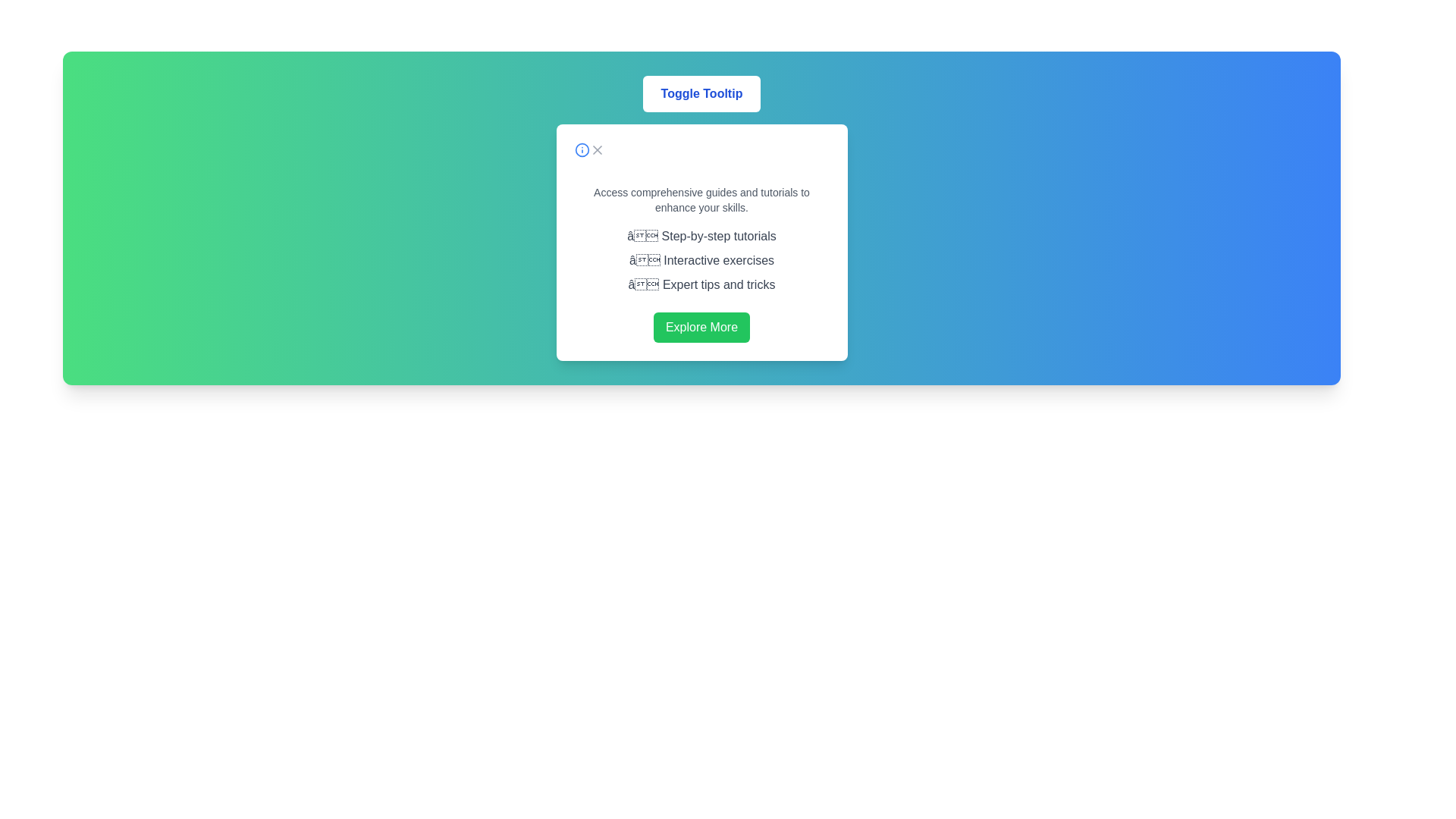 The image size is (1456, 819). Describe the element at coordinates (596, 149) in the screenshot. I see `the 'Close' button located at the top-right corner of the white card interface to observe a color change` at that location.